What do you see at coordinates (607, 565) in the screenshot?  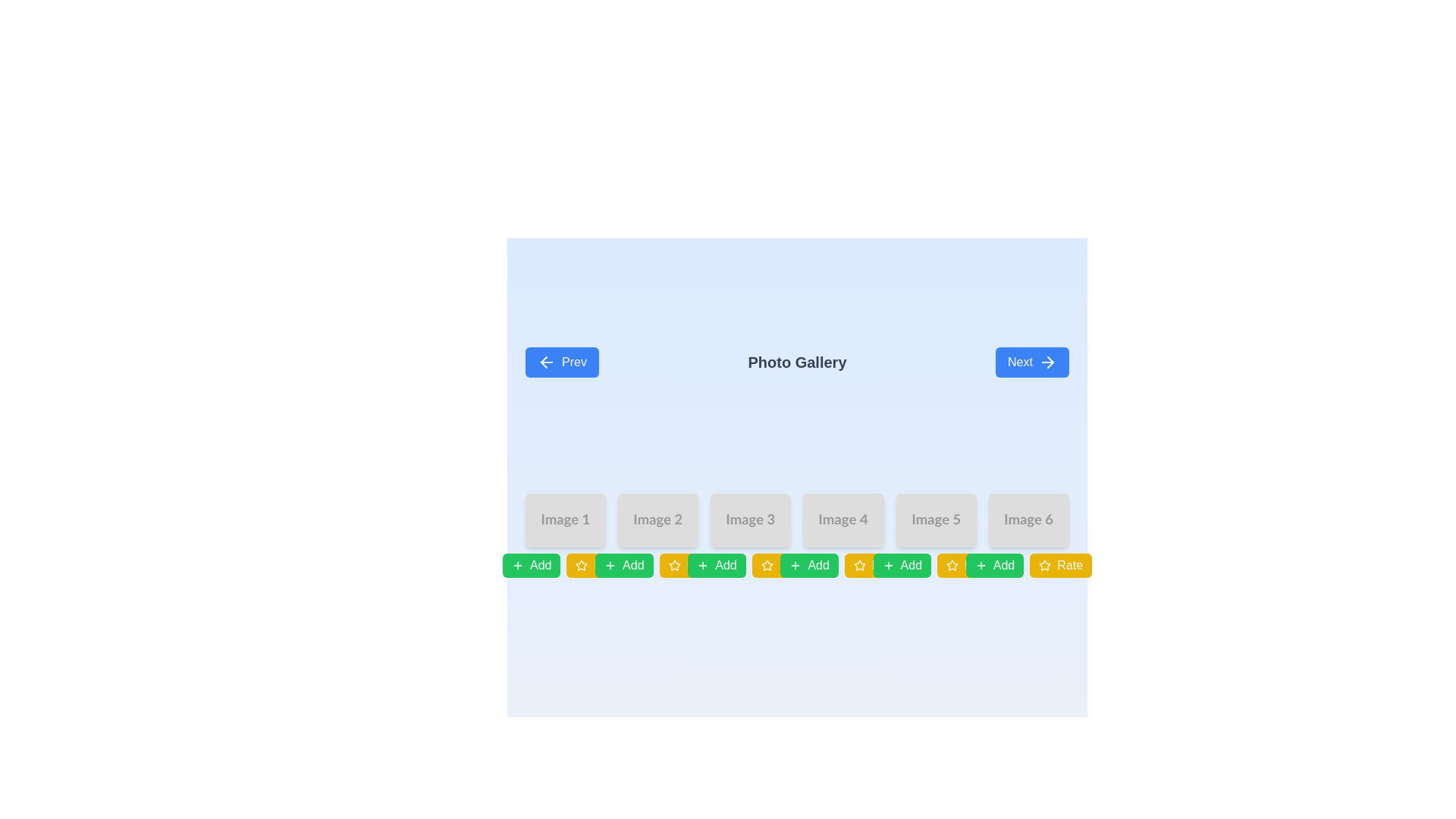 I see `text label displaying 'Rate', which is part of a yellow button on the far-right side of a button interface` at bounding box center [607, 565].